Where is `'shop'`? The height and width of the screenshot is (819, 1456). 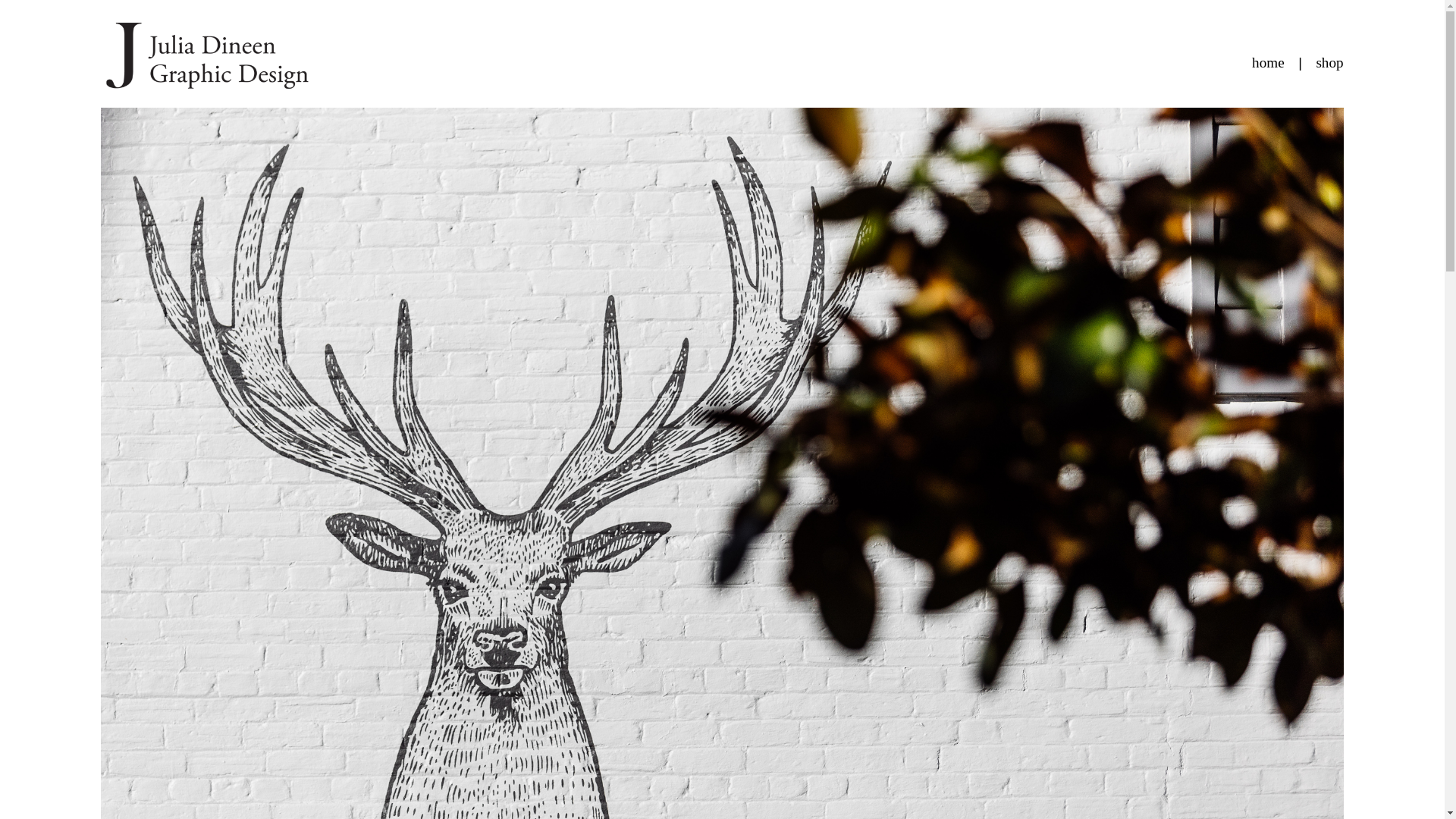 'shop' is located at coordinates (1314, 61).